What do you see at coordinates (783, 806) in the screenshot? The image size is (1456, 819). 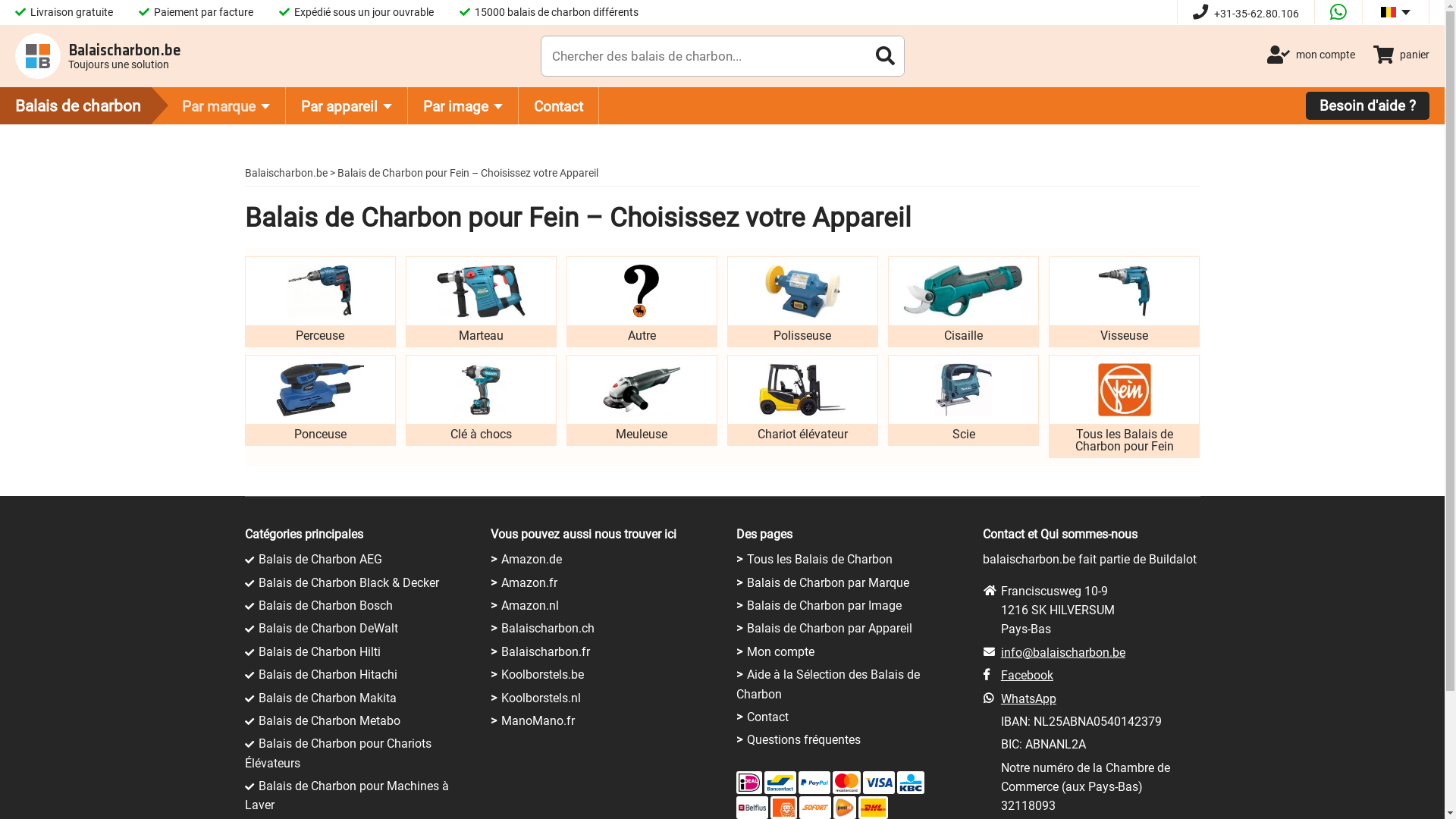 I see `'ING-logo'` at bounding box center [783, 806].